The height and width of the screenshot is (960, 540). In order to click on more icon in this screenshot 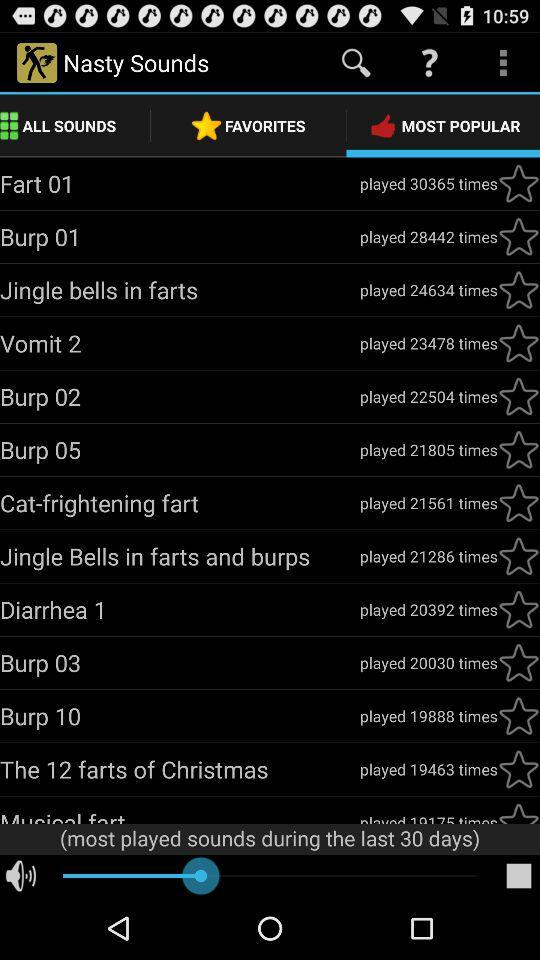, I will do `click(502, 63)`.